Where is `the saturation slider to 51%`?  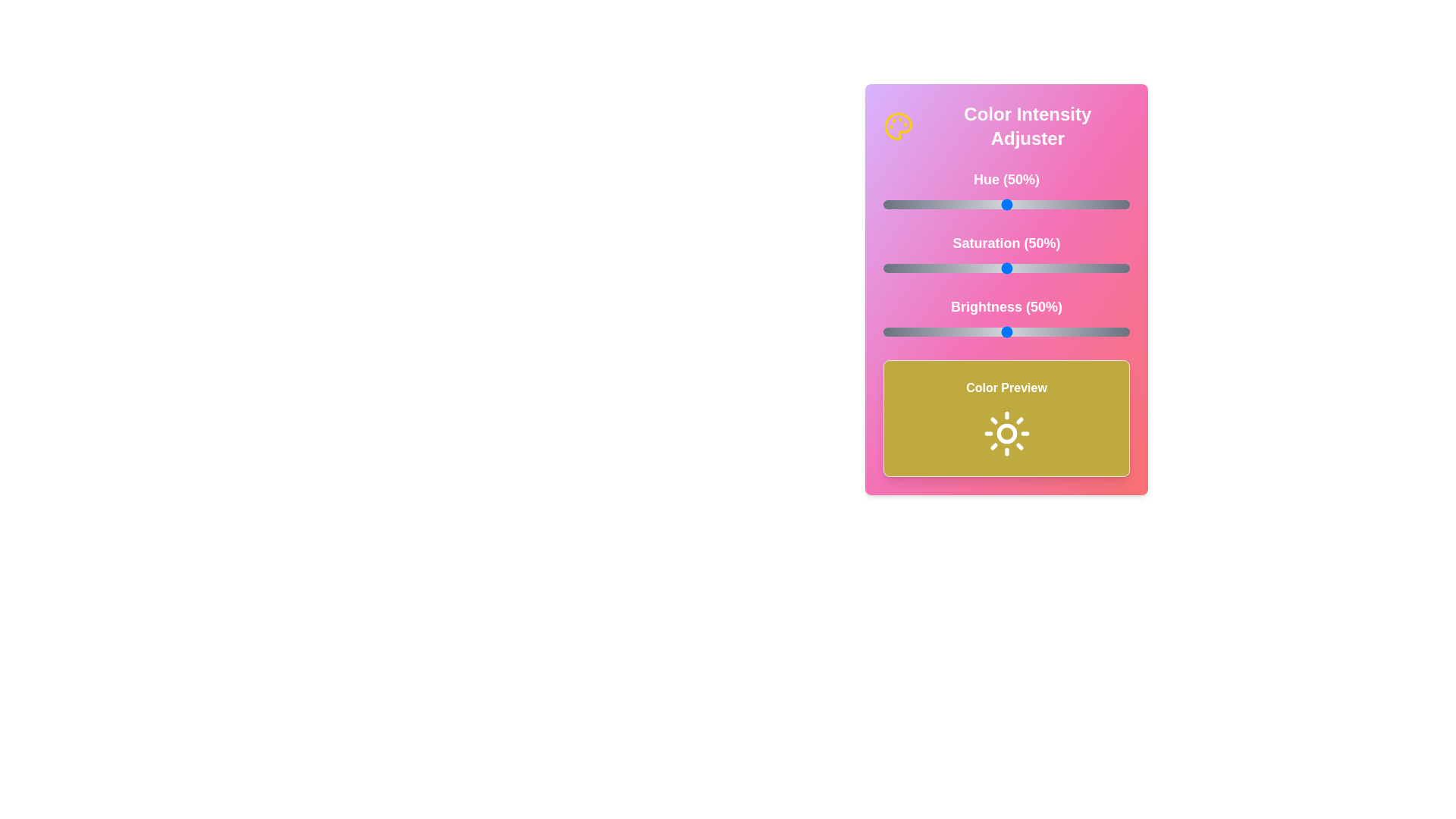 the saturation slider to 51% is located at coordinates (1009, 268).